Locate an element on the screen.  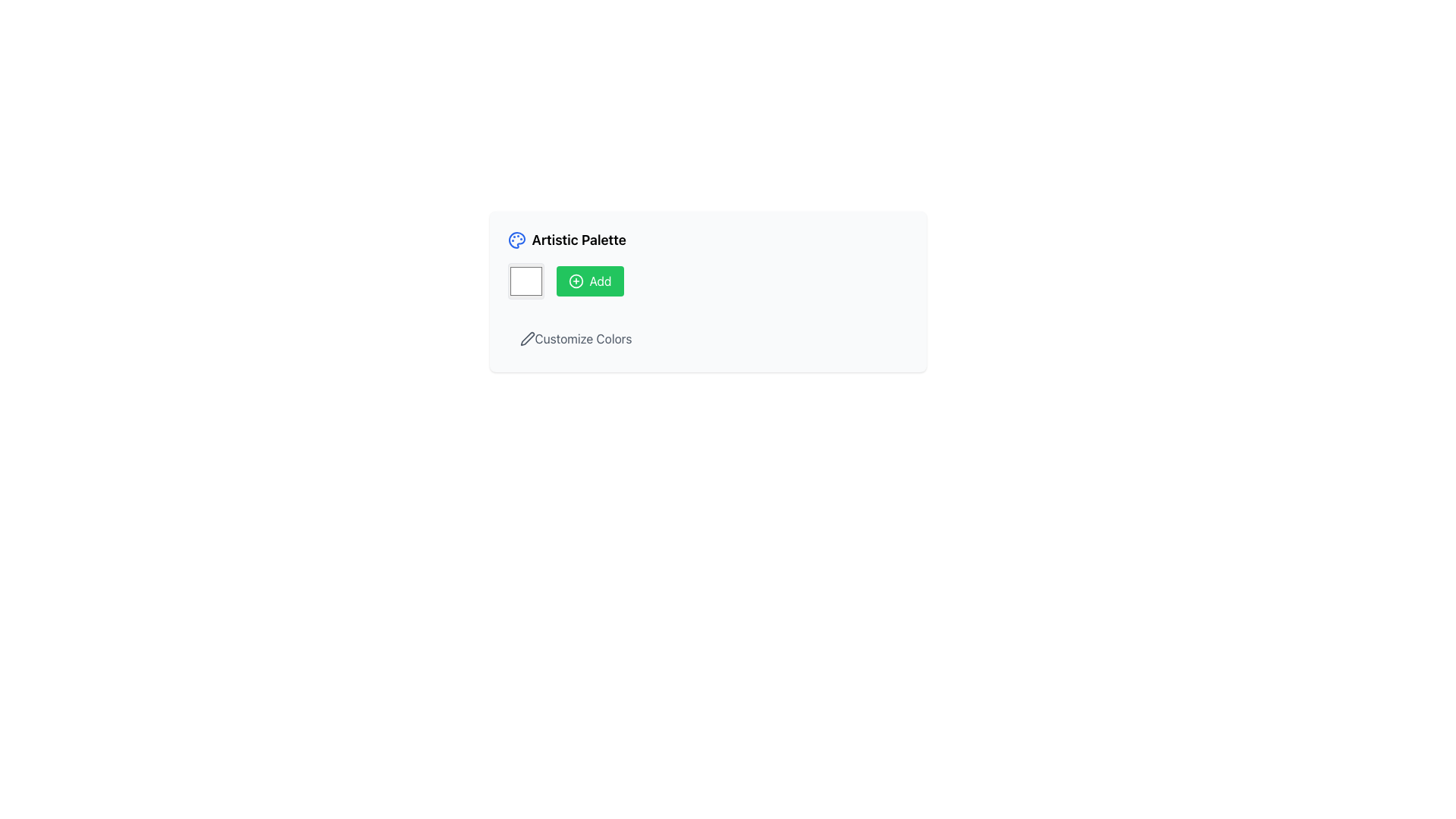
the button located in the 'Artistic Palette' card is located at coordinates (707, 338).